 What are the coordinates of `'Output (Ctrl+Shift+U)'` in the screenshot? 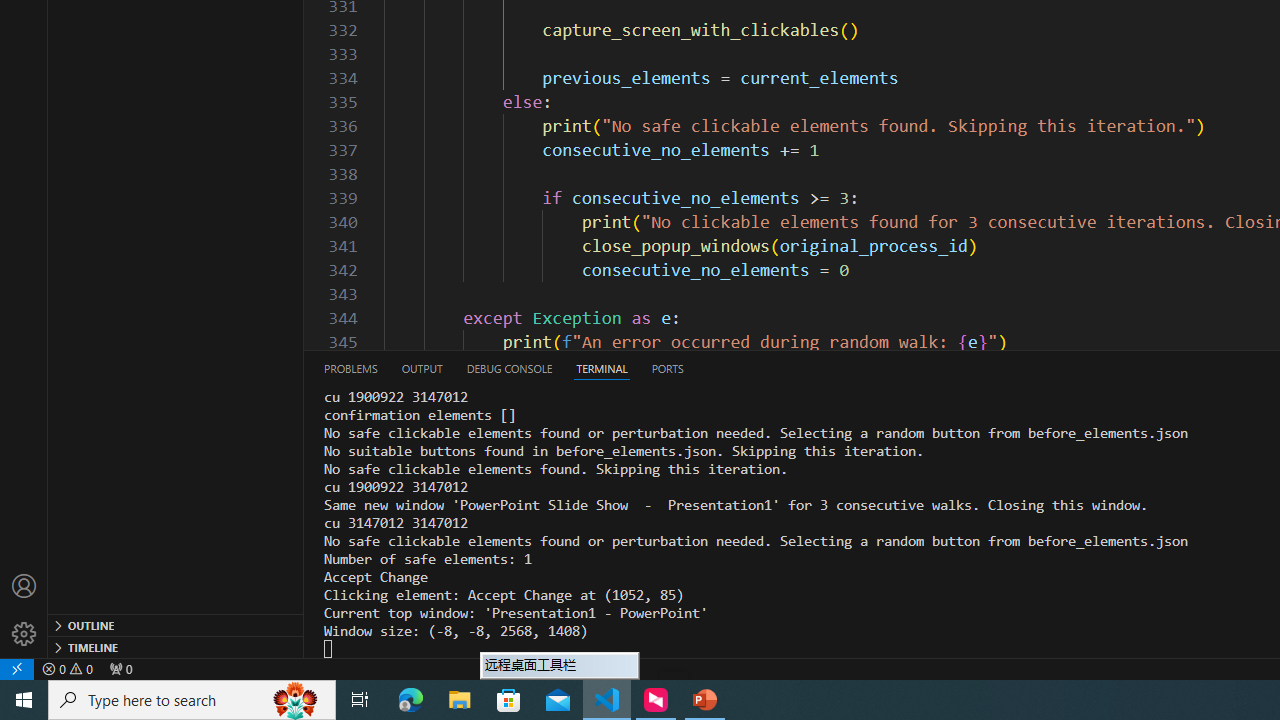 It's located at (420, 368).